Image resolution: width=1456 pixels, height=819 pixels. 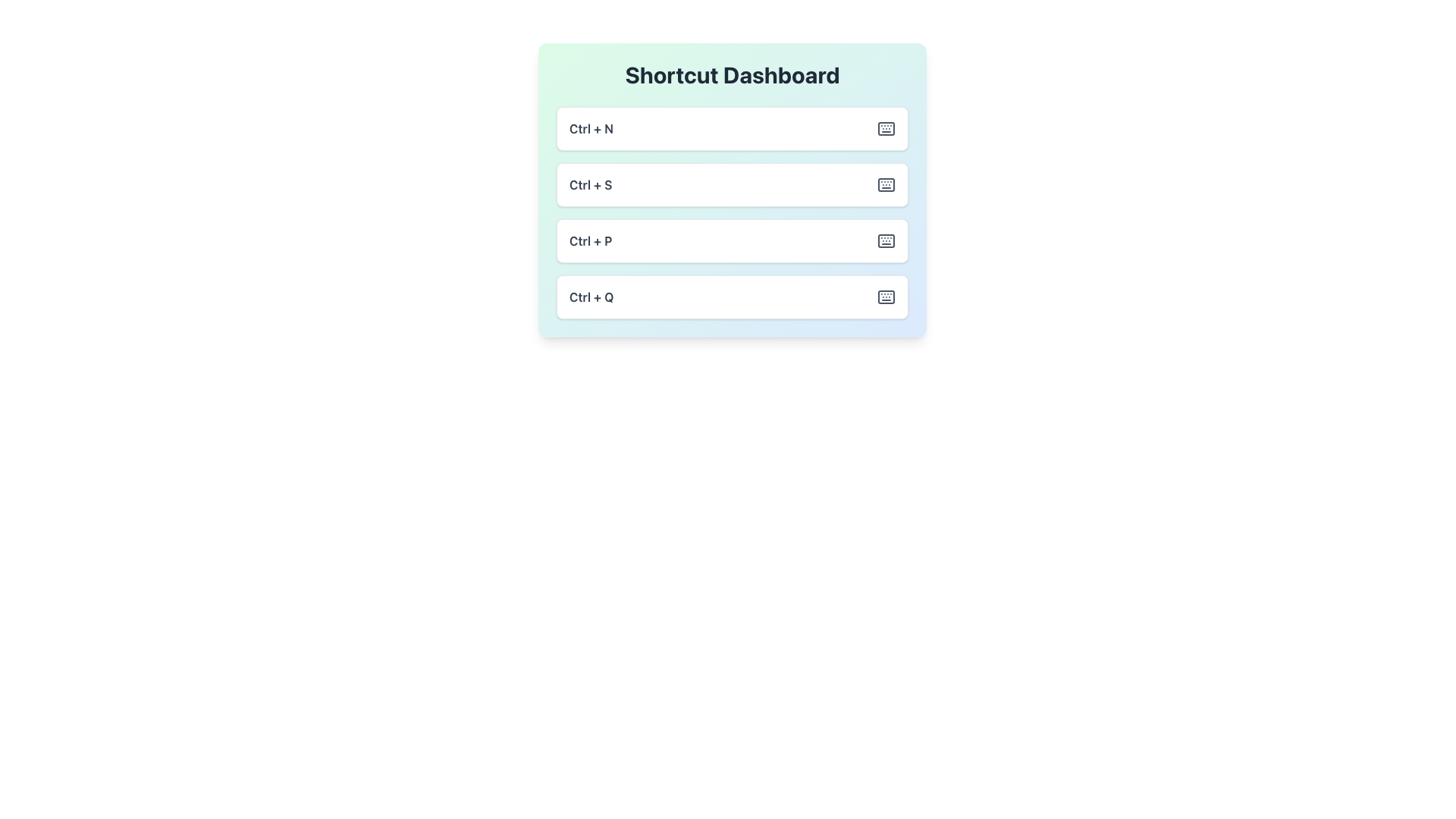 I want to click on the text element labeled 'Ctrl + N', which is styled in bold dark gray and is the first entry in a list of shortcut keys within a card-like structure, so click(x=590, y=127).